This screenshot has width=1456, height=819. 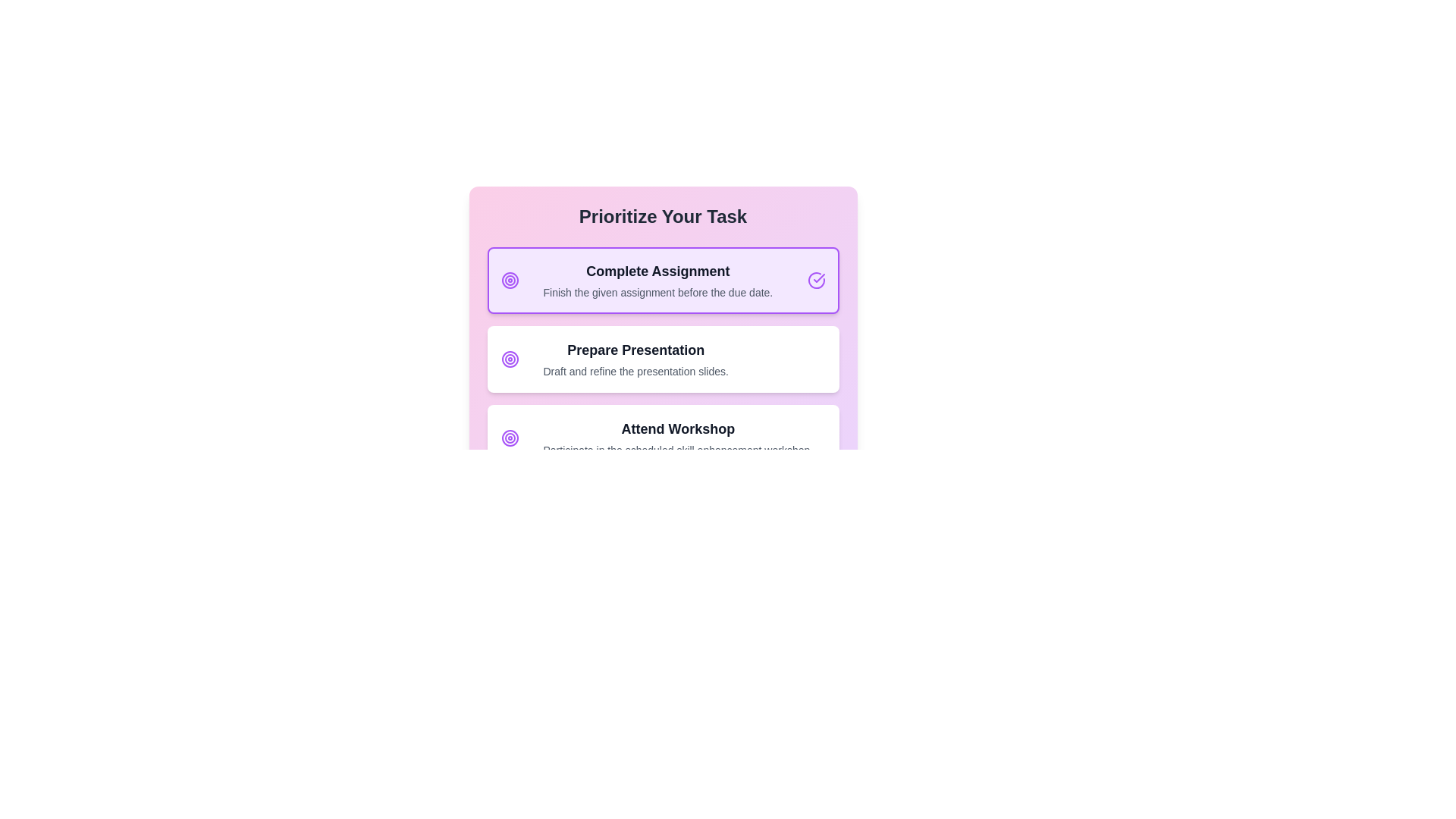 What do you see at coordinates (663, 376) in the screenshot?
I see `on the 'Prepare Presentation' Card component` at bounding box center [663, 376].